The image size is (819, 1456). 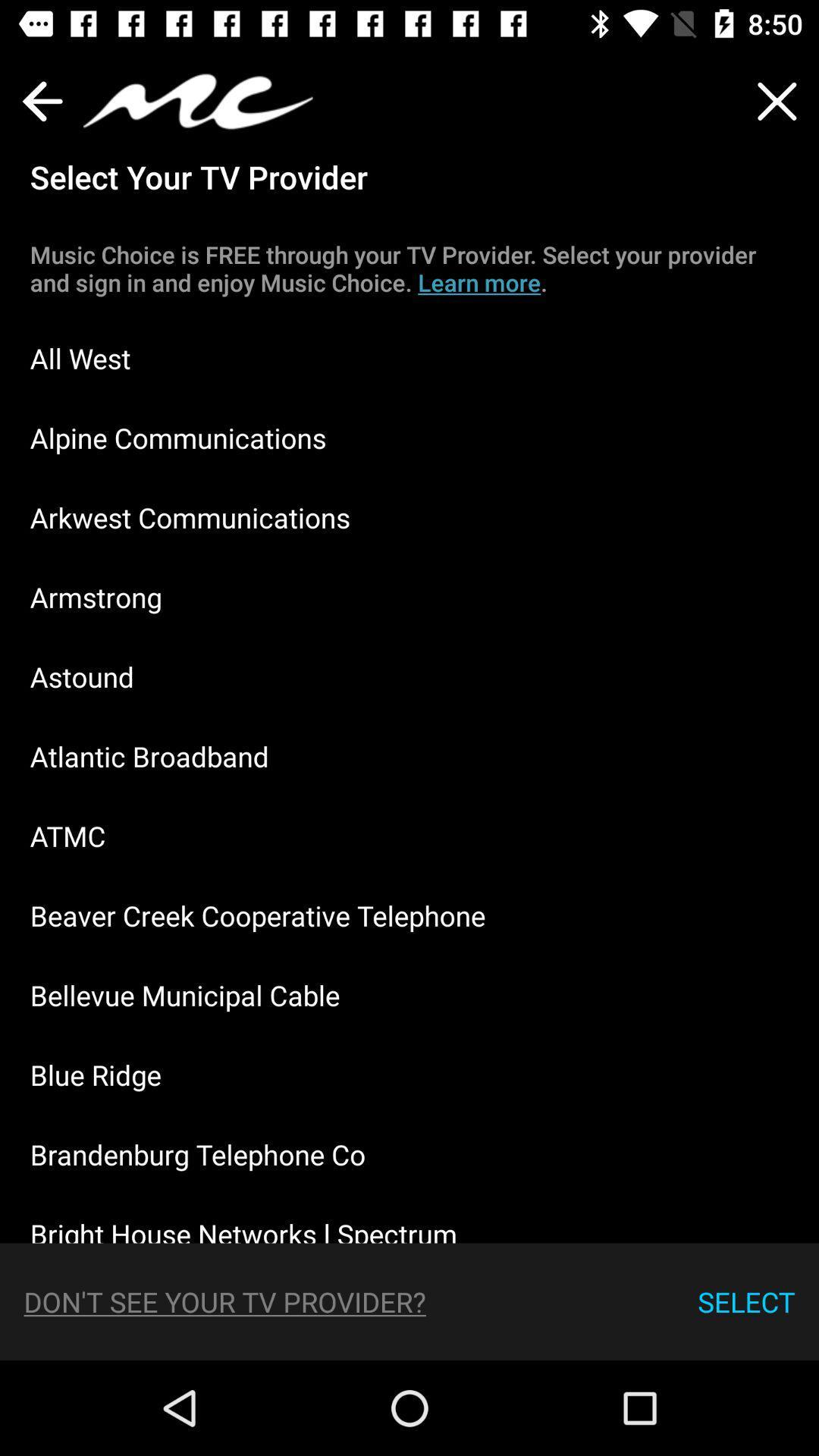 I want to click on the item above all west item, so click(x=409, y=268).